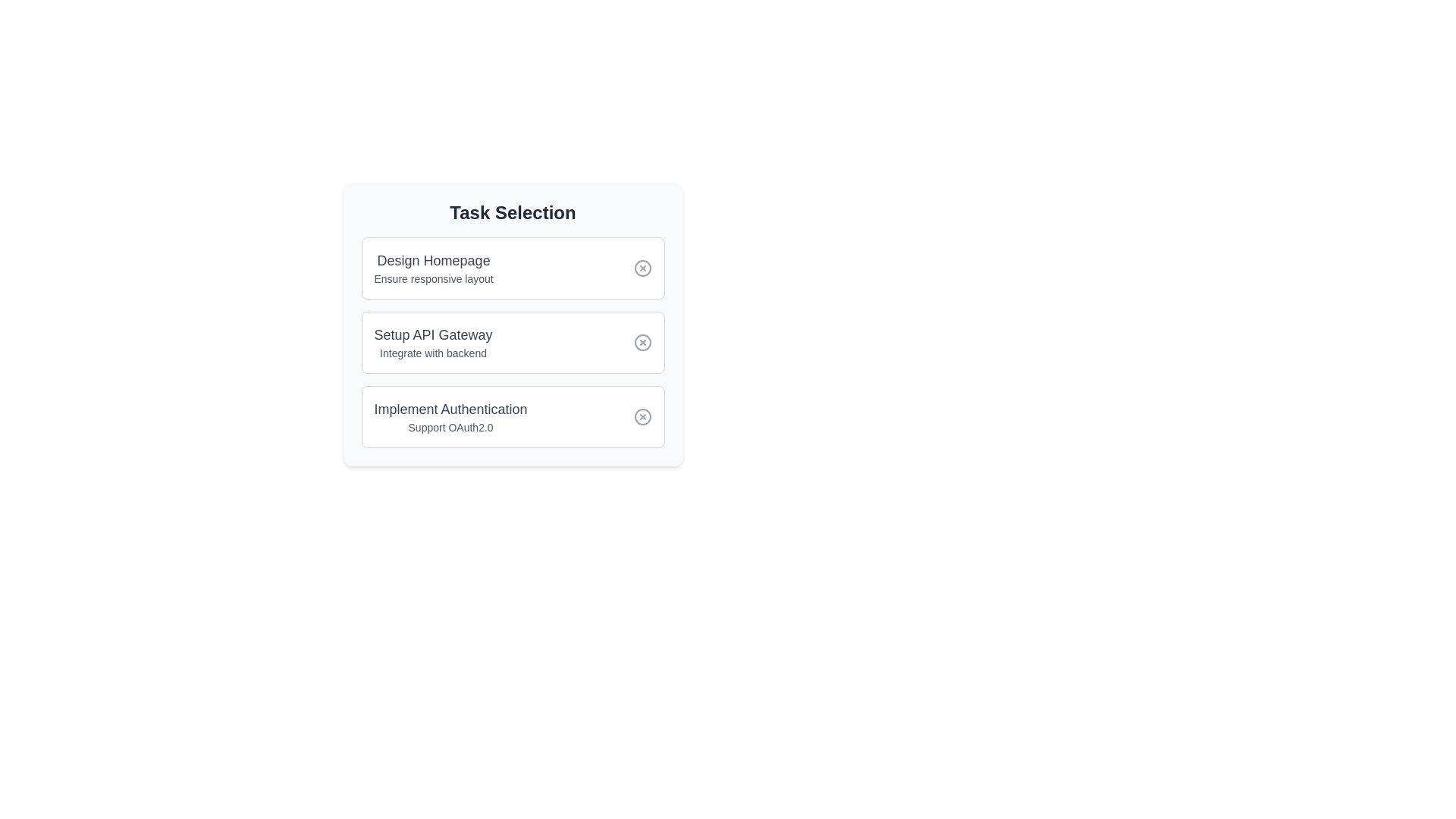  Describe the element at coordinates (432, 342) in the screenshot. I see `the 'Setup API Gateway' text element, which is the second item in a list` at that location.